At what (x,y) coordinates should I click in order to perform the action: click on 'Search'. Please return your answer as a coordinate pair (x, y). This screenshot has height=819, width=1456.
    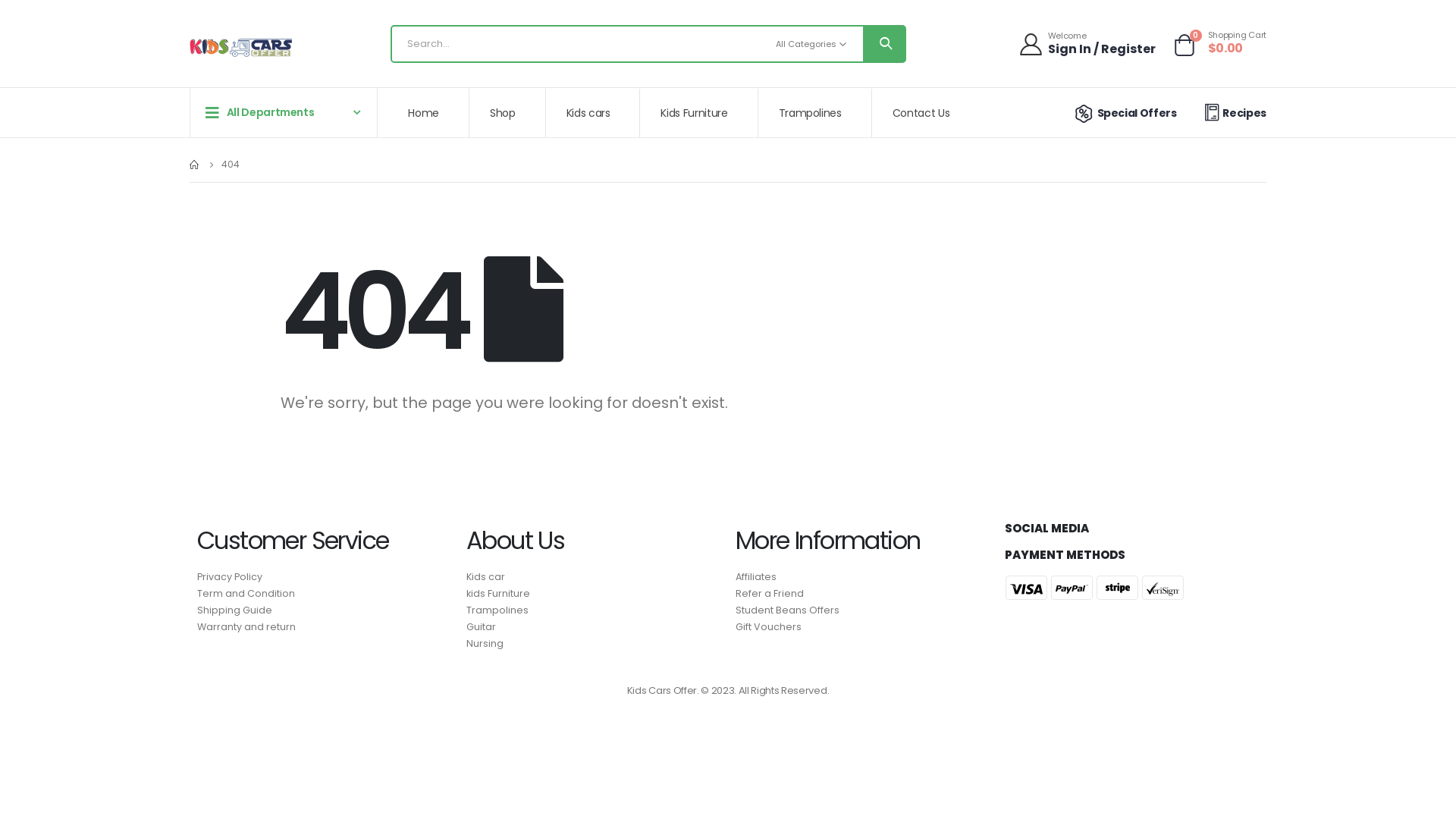
    Looking at the image, I should click on (862, 42).